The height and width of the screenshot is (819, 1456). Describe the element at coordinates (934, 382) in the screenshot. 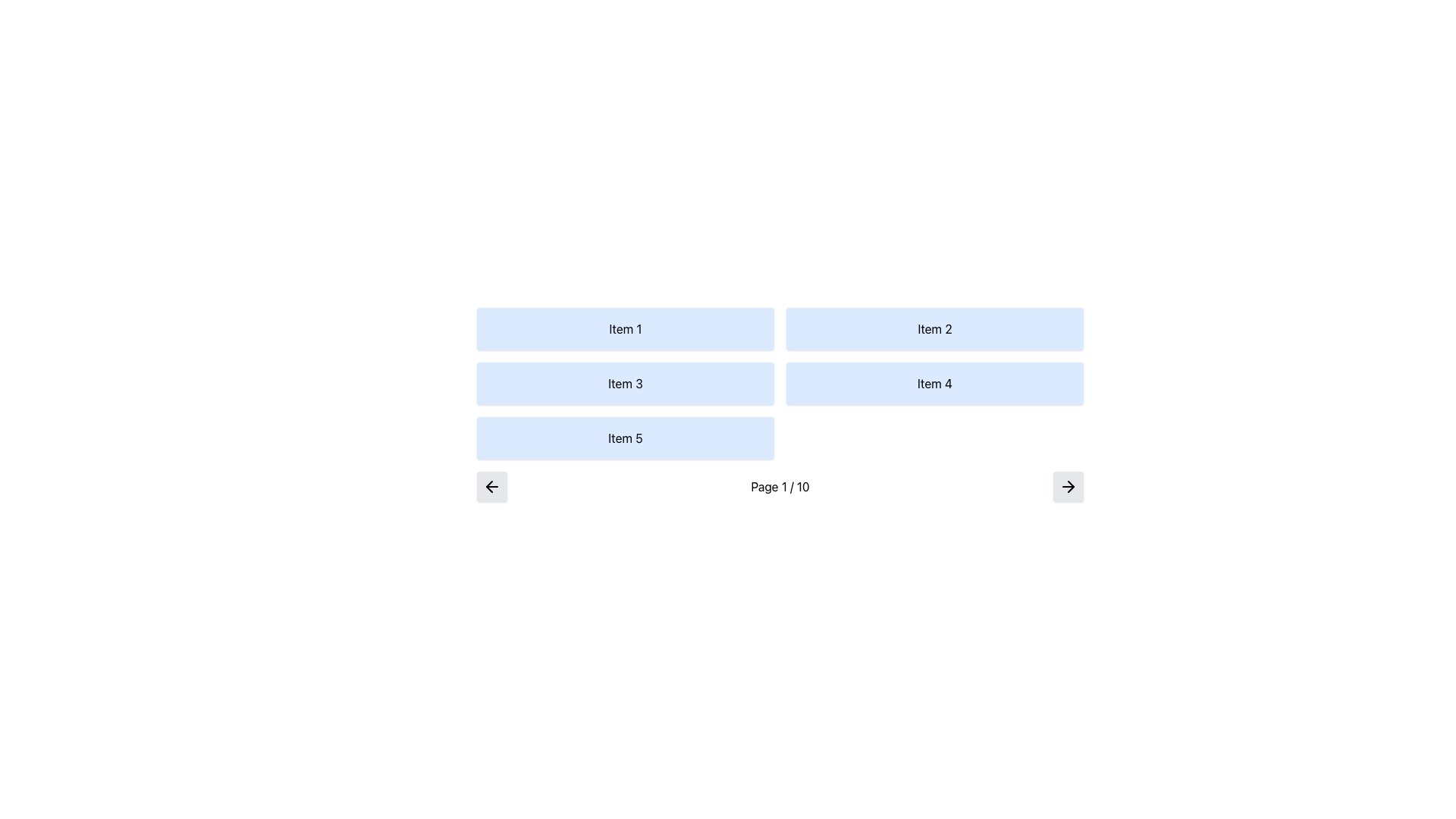

I see `the button for 'Item 4' located in the second column and second row of the grid layout, which is the fourth button in a sequence of five buttons` at that location.